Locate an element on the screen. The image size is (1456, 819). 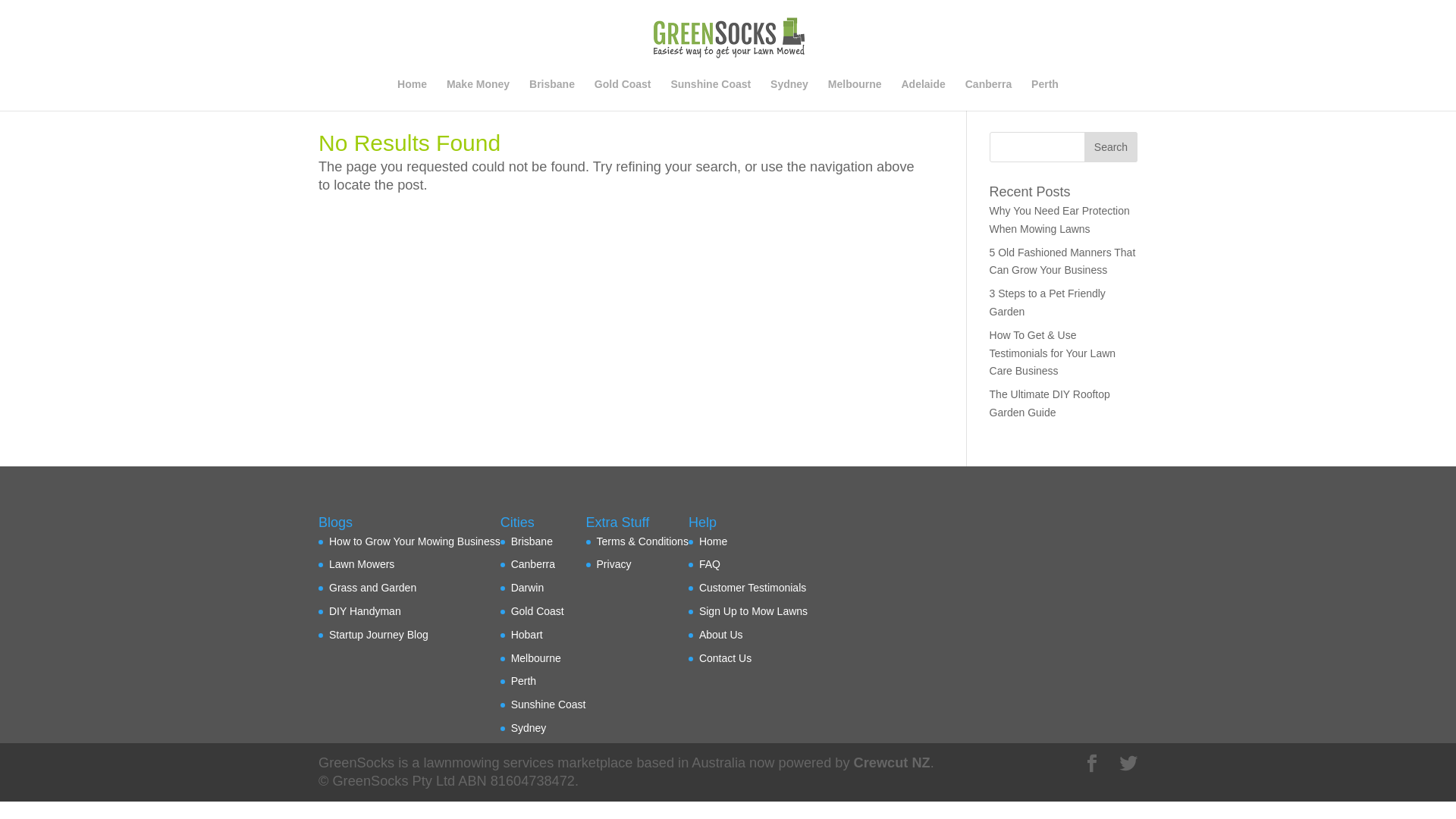
'Terms & Conditions' is located at coordinates (642, 540).